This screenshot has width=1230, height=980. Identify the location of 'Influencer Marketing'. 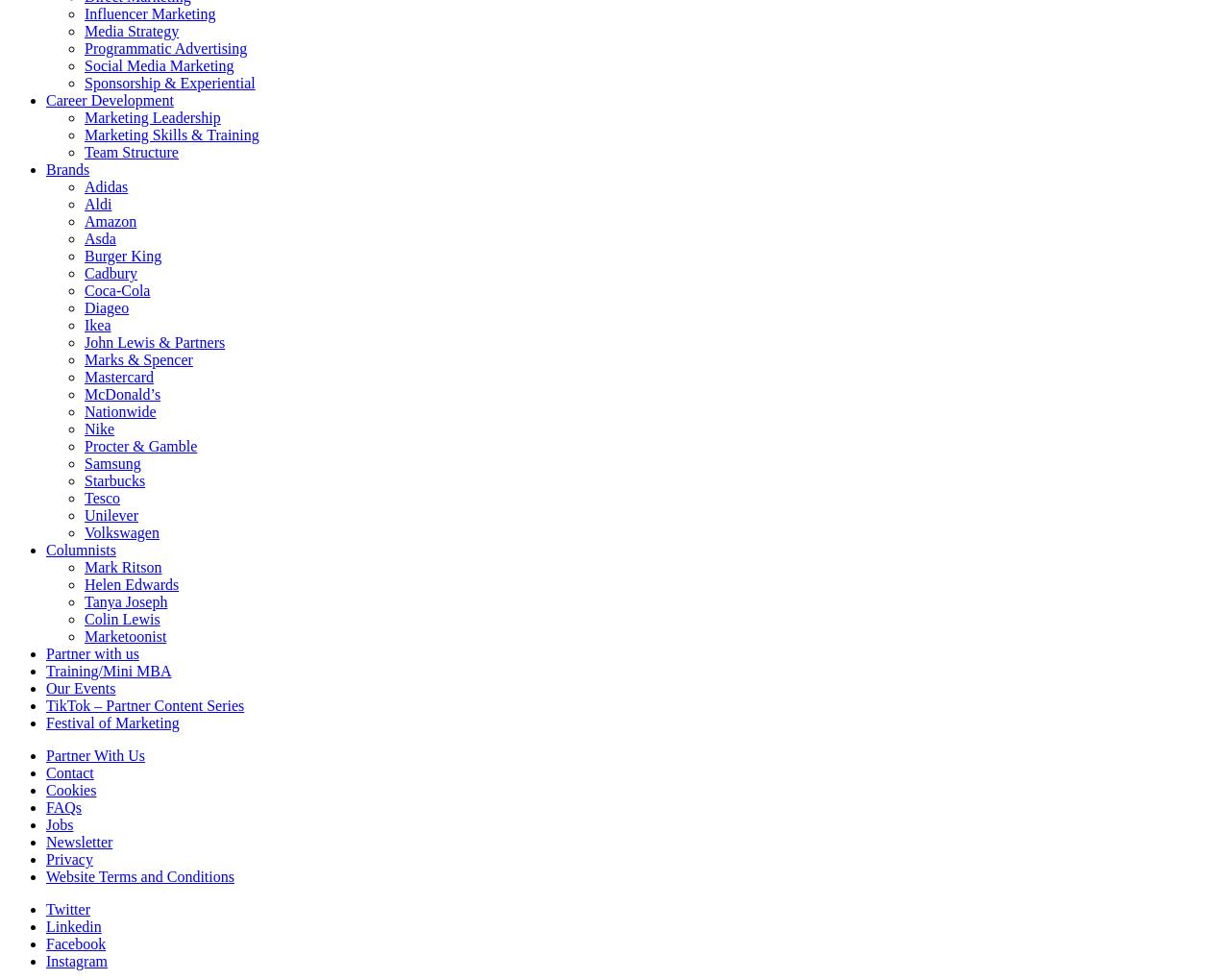
(149, 12).